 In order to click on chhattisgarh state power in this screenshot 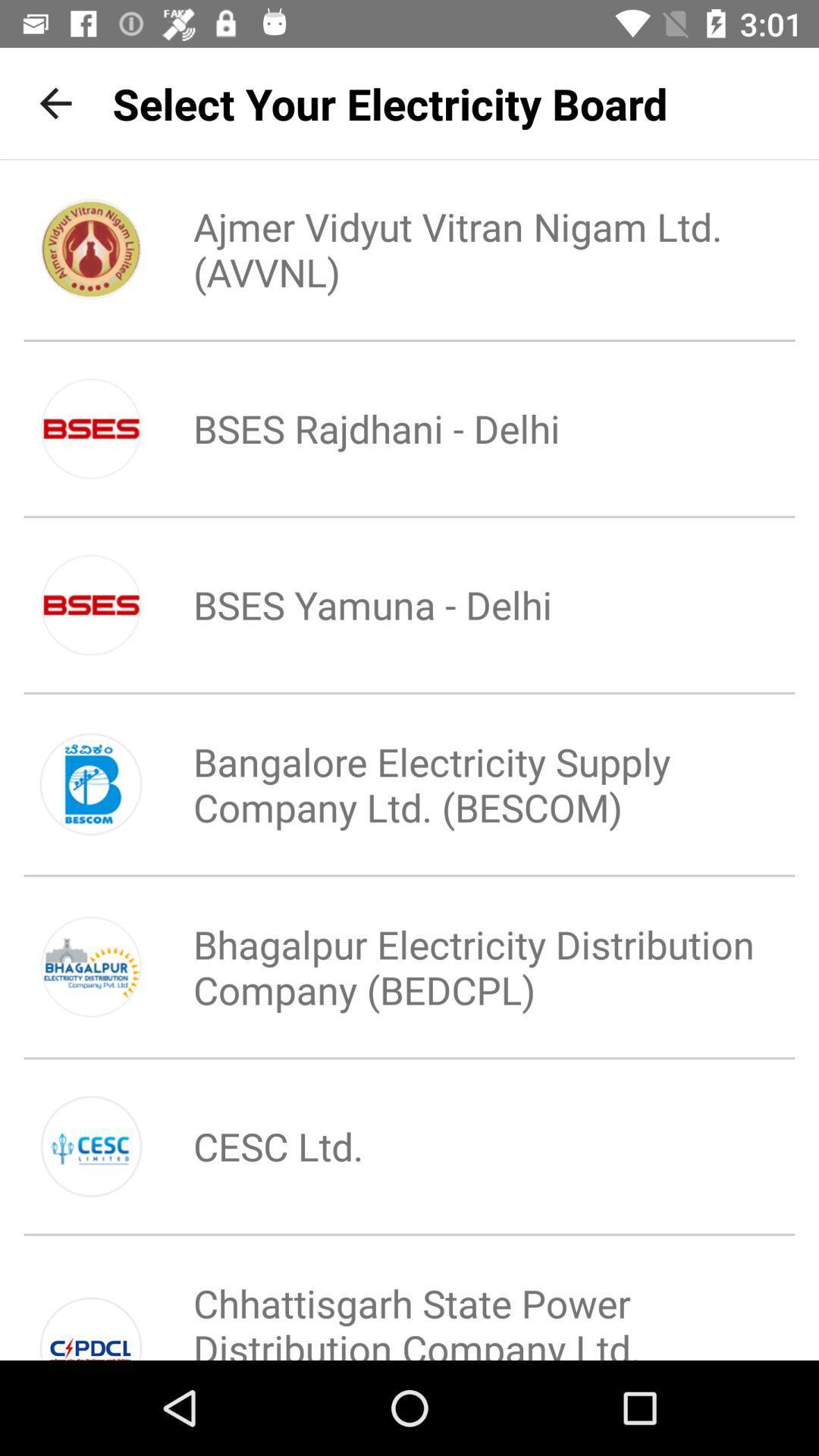, I will do `click(460, 1305)`.